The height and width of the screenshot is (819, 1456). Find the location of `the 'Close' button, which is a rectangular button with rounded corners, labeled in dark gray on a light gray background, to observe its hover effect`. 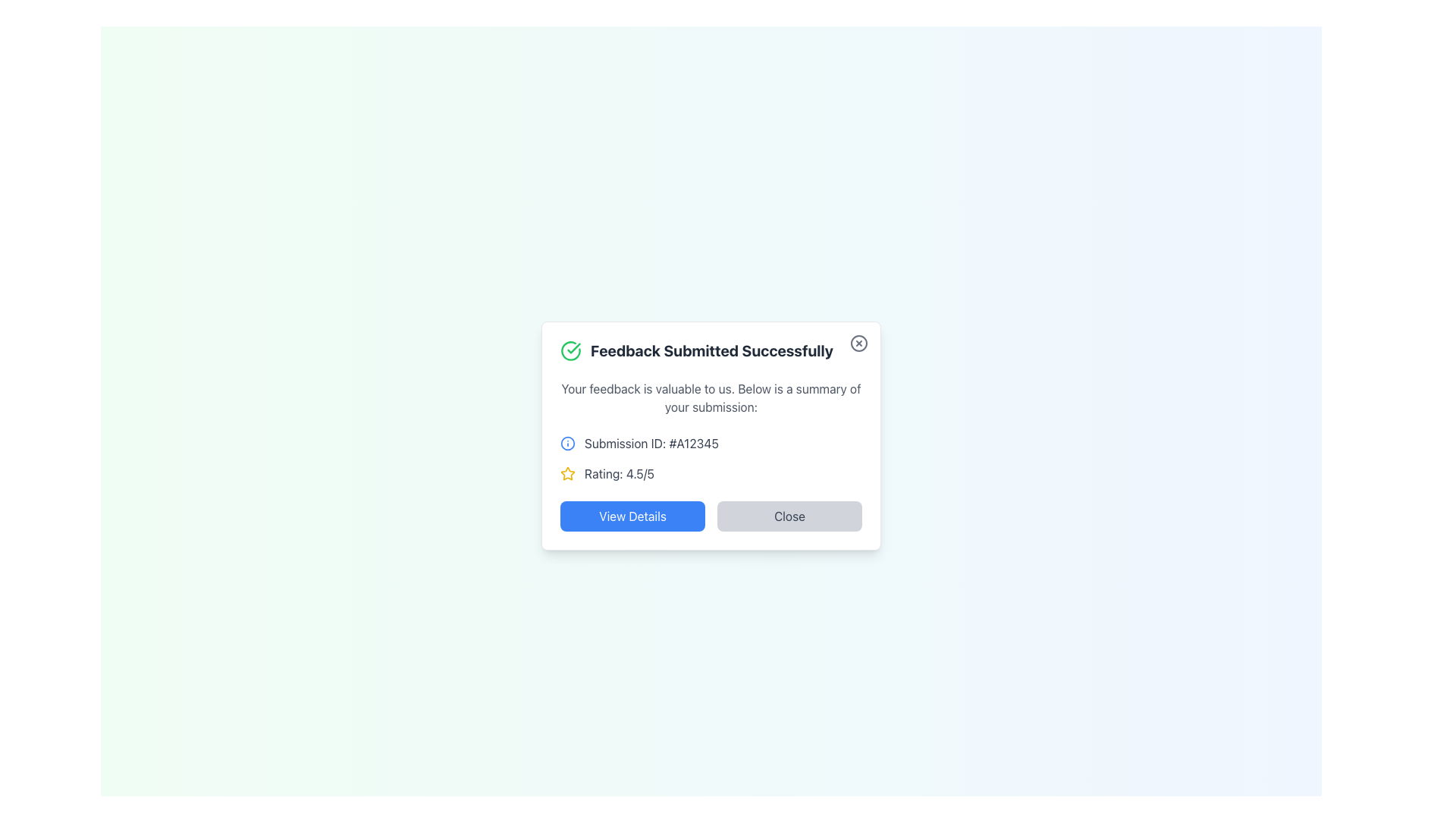

the 'Close' button, which is a rectangular button with rounded corners, labeled in dark gray on a light gray background, to observe its hover effect is located at coordinates (789, 516).